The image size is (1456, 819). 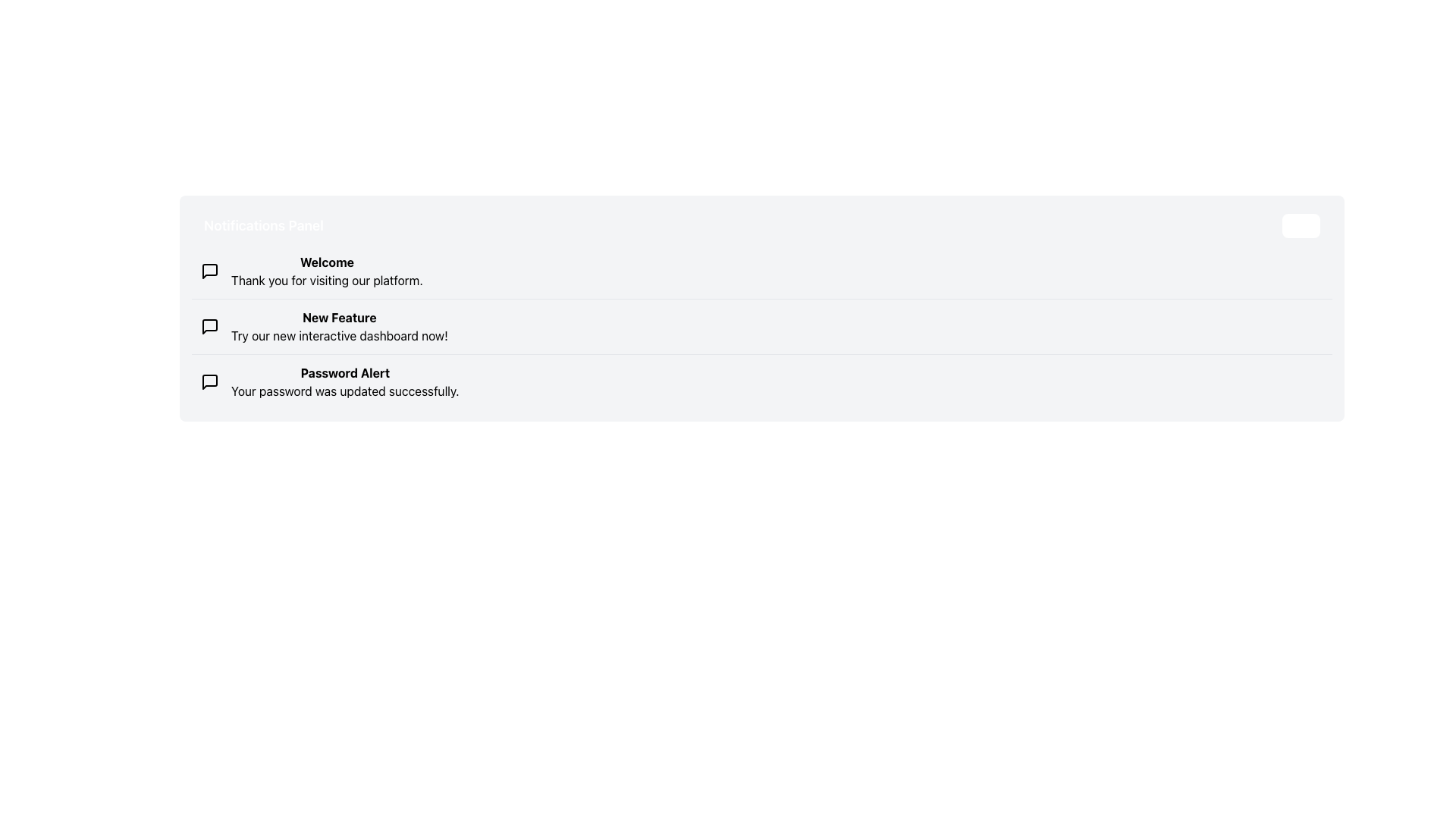 I want to click on contents of the Notification item that informs the user about the new interactive dashboard feature, located in the Notifications Panel between 'Welcome' and 'Password Alert', so click(x=761, y=325).